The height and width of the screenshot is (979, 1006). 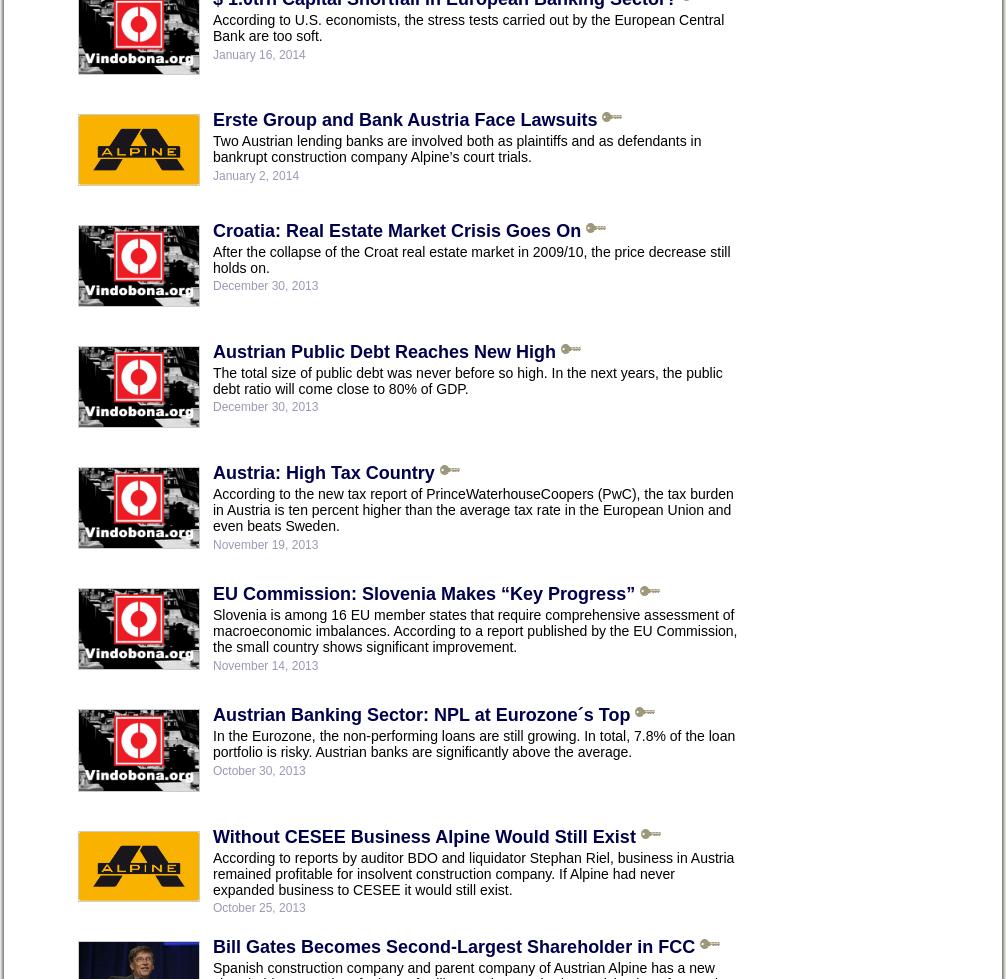 I want to click on 'Austria: High Tax Country', so click(x=322, y=472).